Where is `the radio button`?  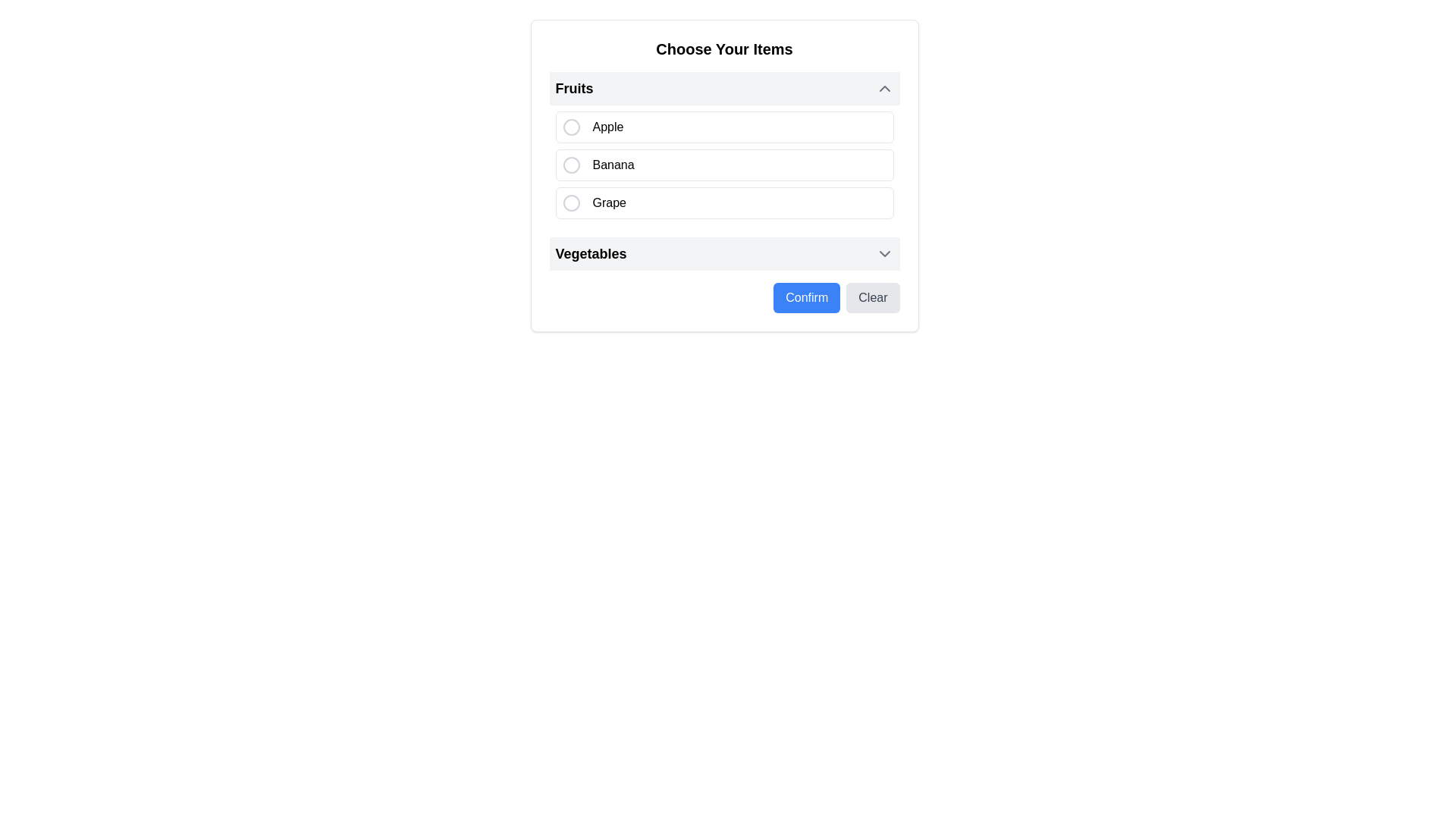 the radio button is located at coordinates (723, 149).